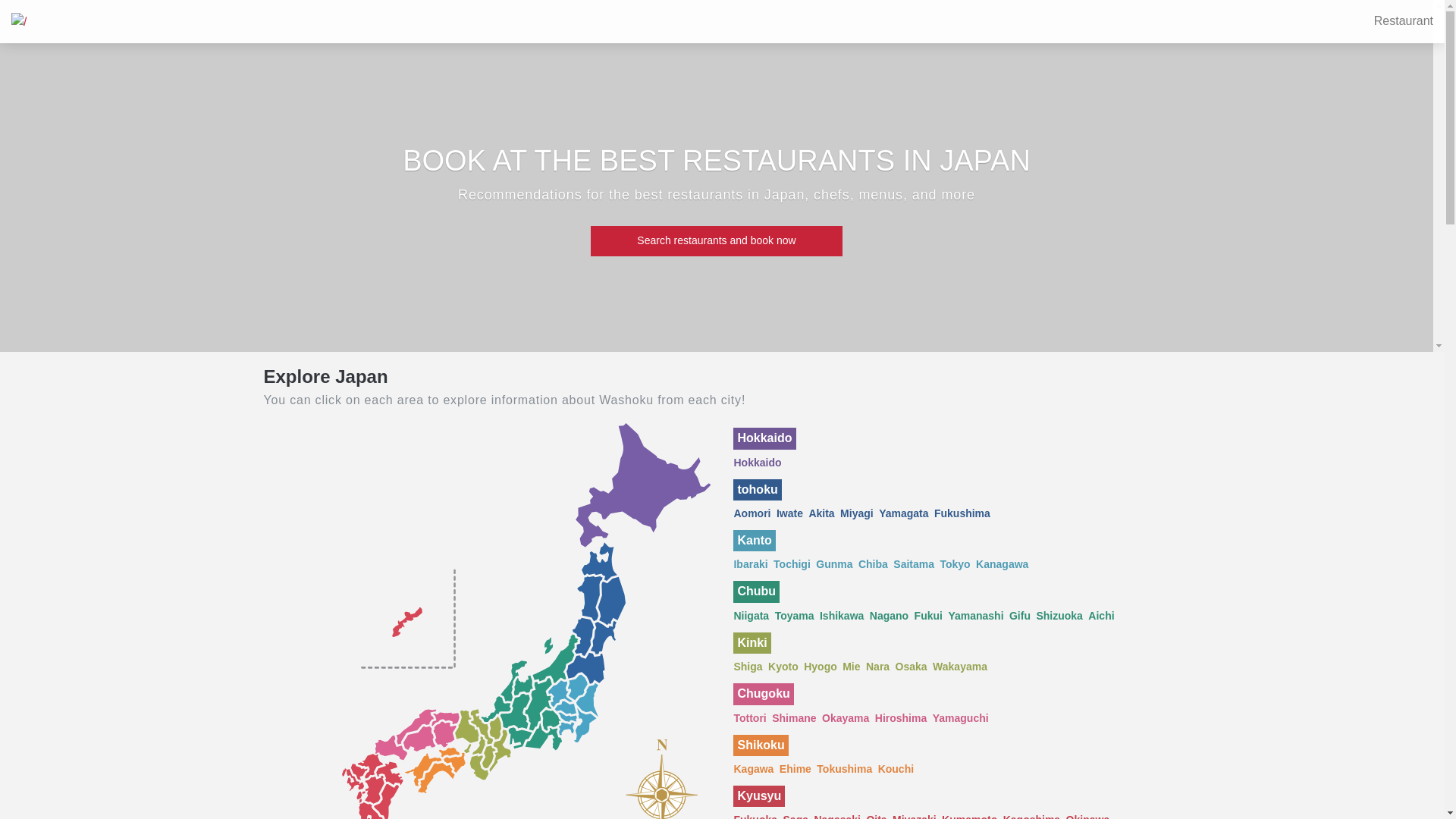 This screenshot has height=819, width=1456. Describe the element at coordinates (851, 666) in the screenshot. I see `'Mie'` at that location.